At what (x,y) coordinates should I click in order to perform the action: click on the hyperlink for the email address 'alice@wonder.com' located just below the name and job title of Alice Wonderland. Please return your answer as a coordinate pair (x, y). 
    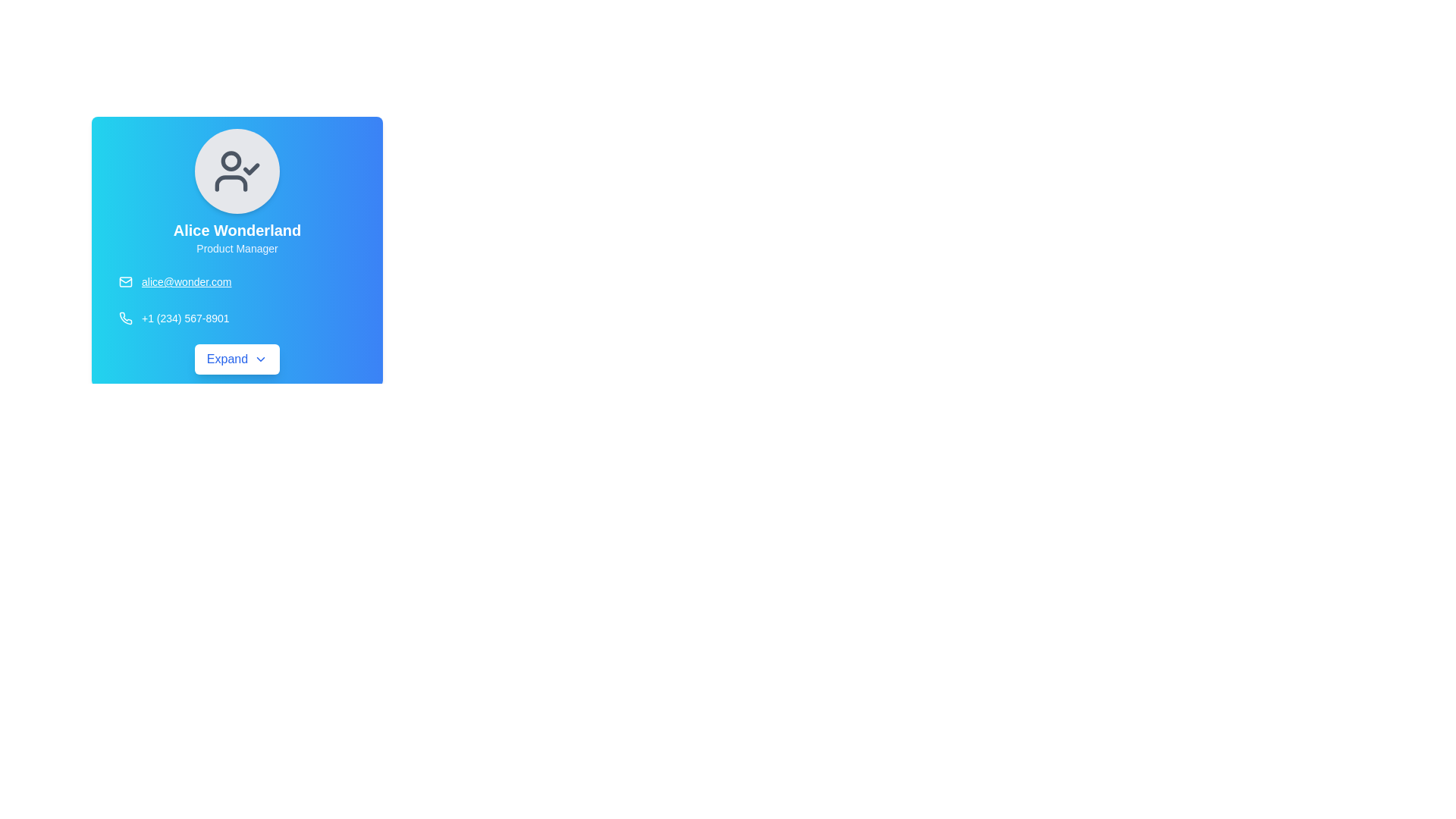
    Looking at the image, I should click on (236, 281).